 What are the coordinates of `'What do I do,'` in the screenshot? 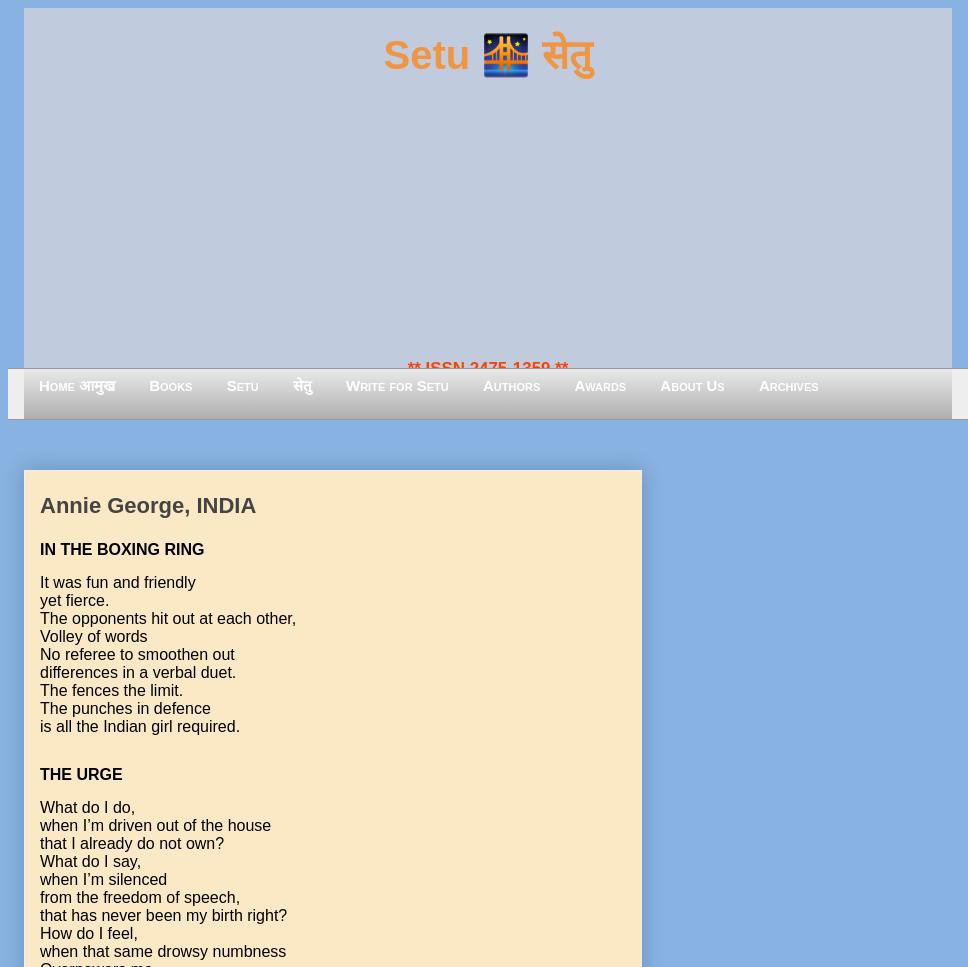 It's located at (87, 806).